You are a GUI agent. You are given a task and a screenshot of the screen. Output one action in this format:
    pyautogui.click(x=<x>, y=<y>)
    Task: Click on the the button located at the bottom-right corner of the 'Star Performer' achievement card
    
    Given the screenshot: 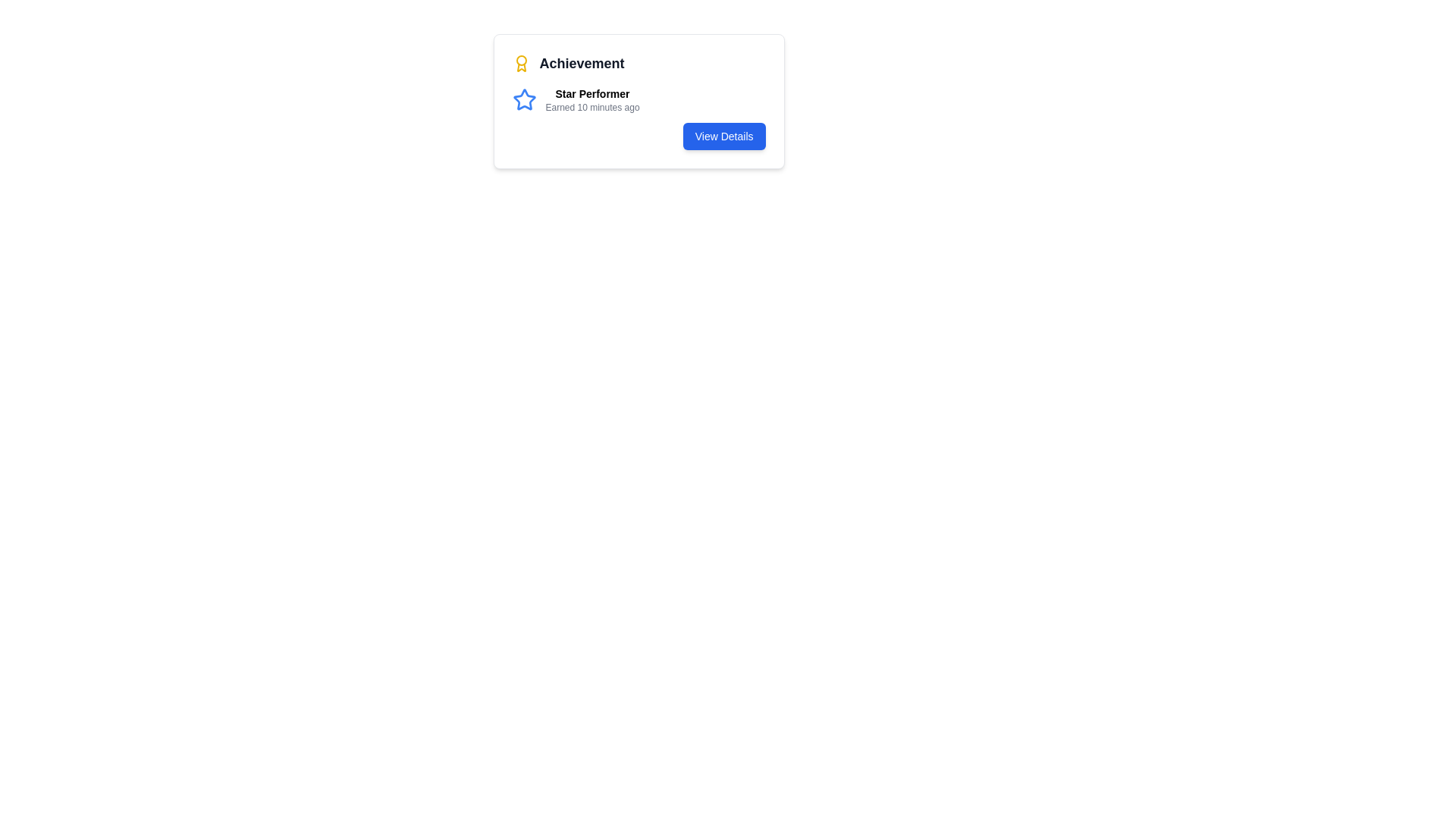 What is the action you would take?
    pyautogui.click(x=723, y=136)
    